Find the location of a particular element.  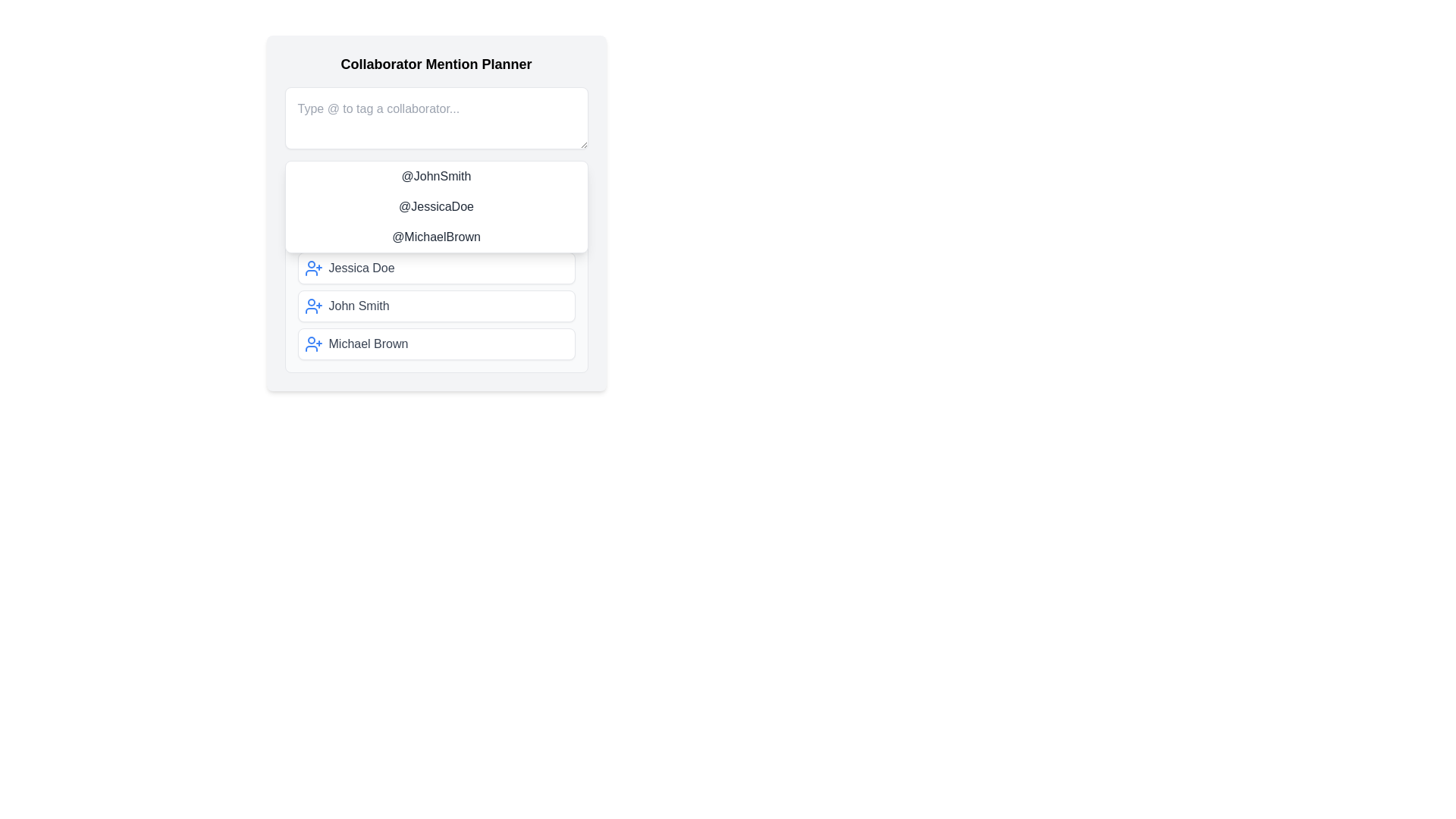

the first clickable list item is located at coordinates (435, 268).